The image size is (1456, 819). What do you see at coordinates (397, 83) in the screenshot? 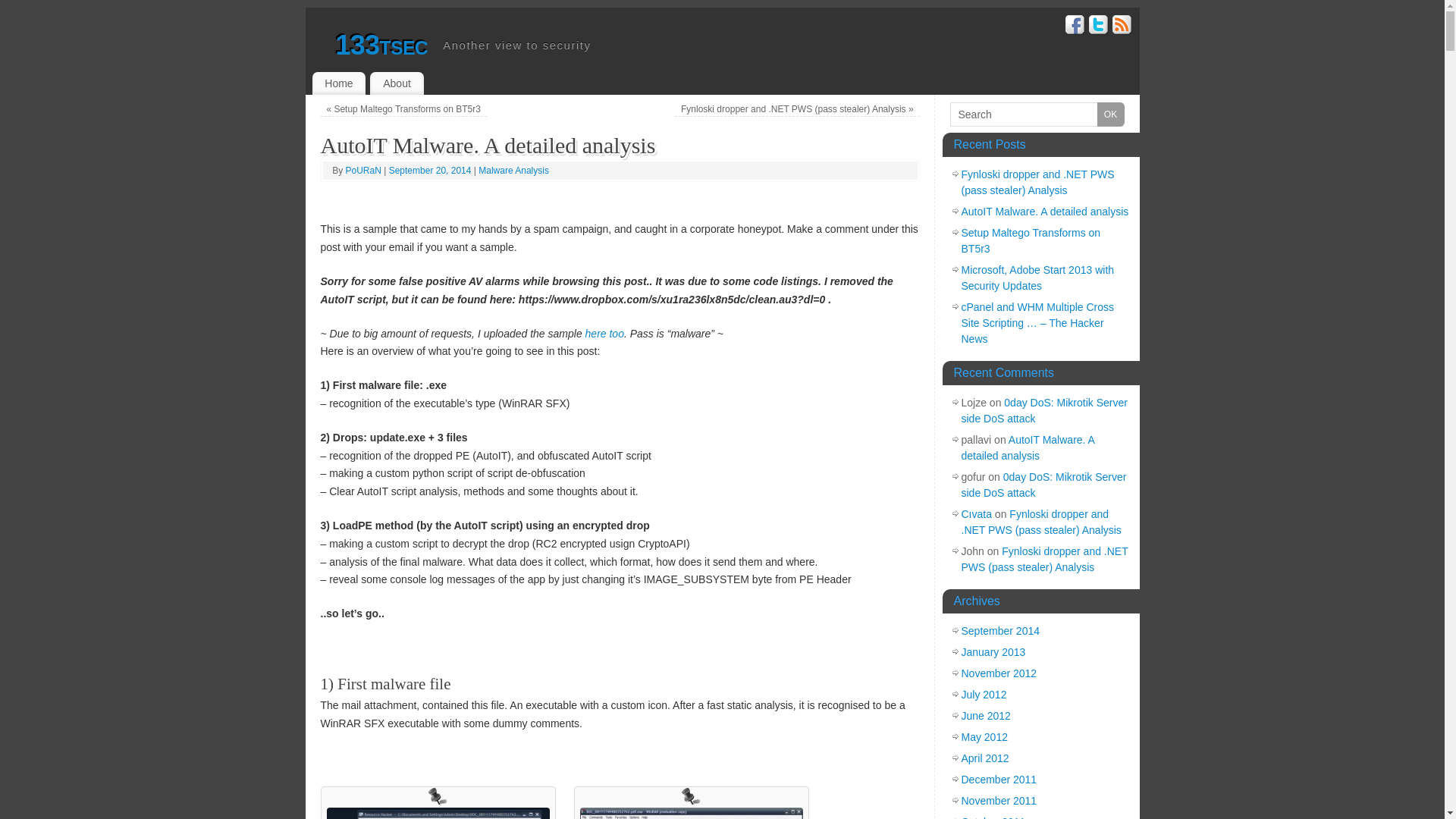
I see `'About'` at bounding box center [397, 83].